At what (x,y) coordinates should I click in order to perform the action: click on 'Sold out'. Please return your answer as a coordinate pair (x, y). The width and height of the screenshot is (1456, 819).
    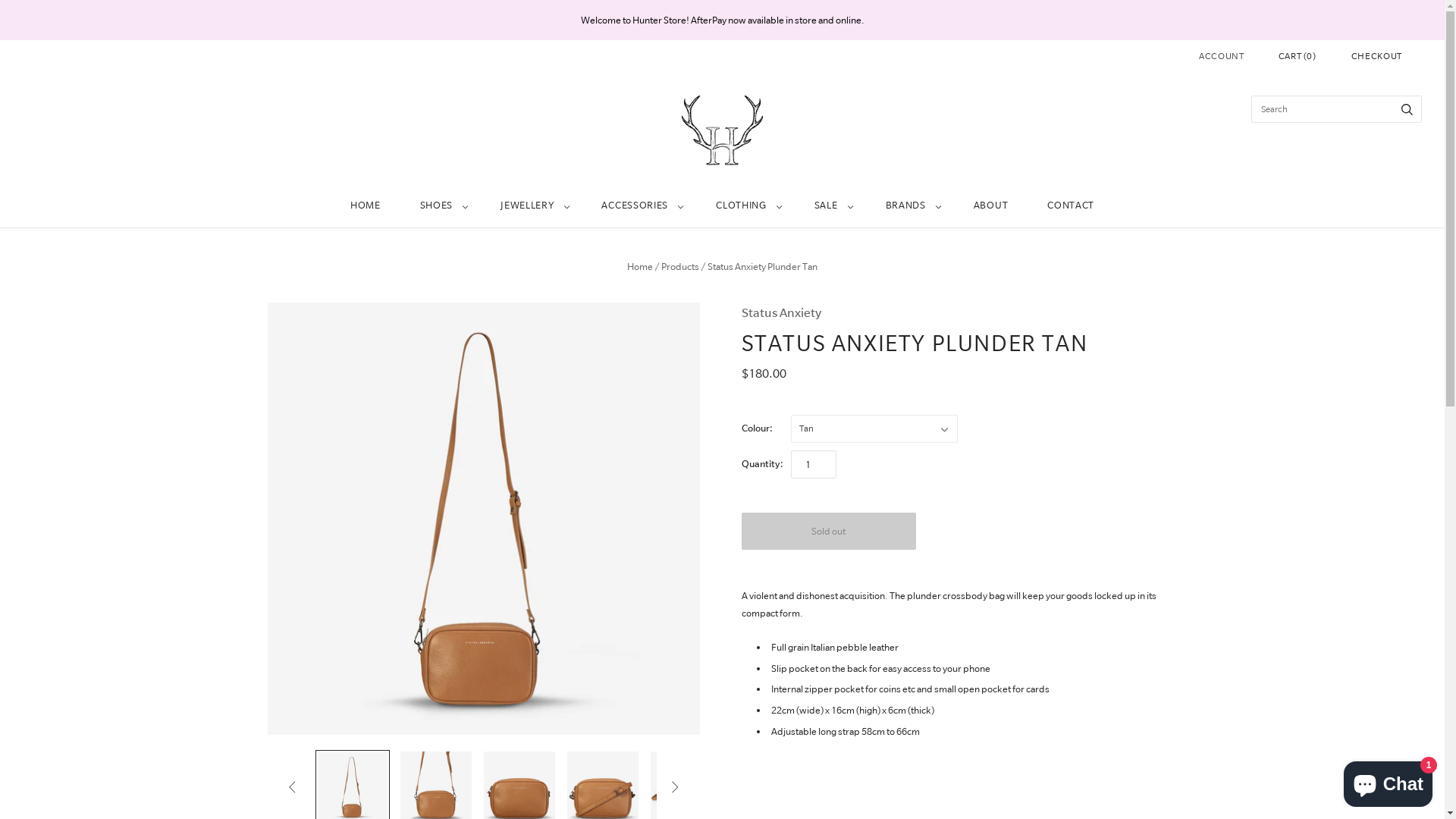
    Looking at the image, I should click on (828, 530).